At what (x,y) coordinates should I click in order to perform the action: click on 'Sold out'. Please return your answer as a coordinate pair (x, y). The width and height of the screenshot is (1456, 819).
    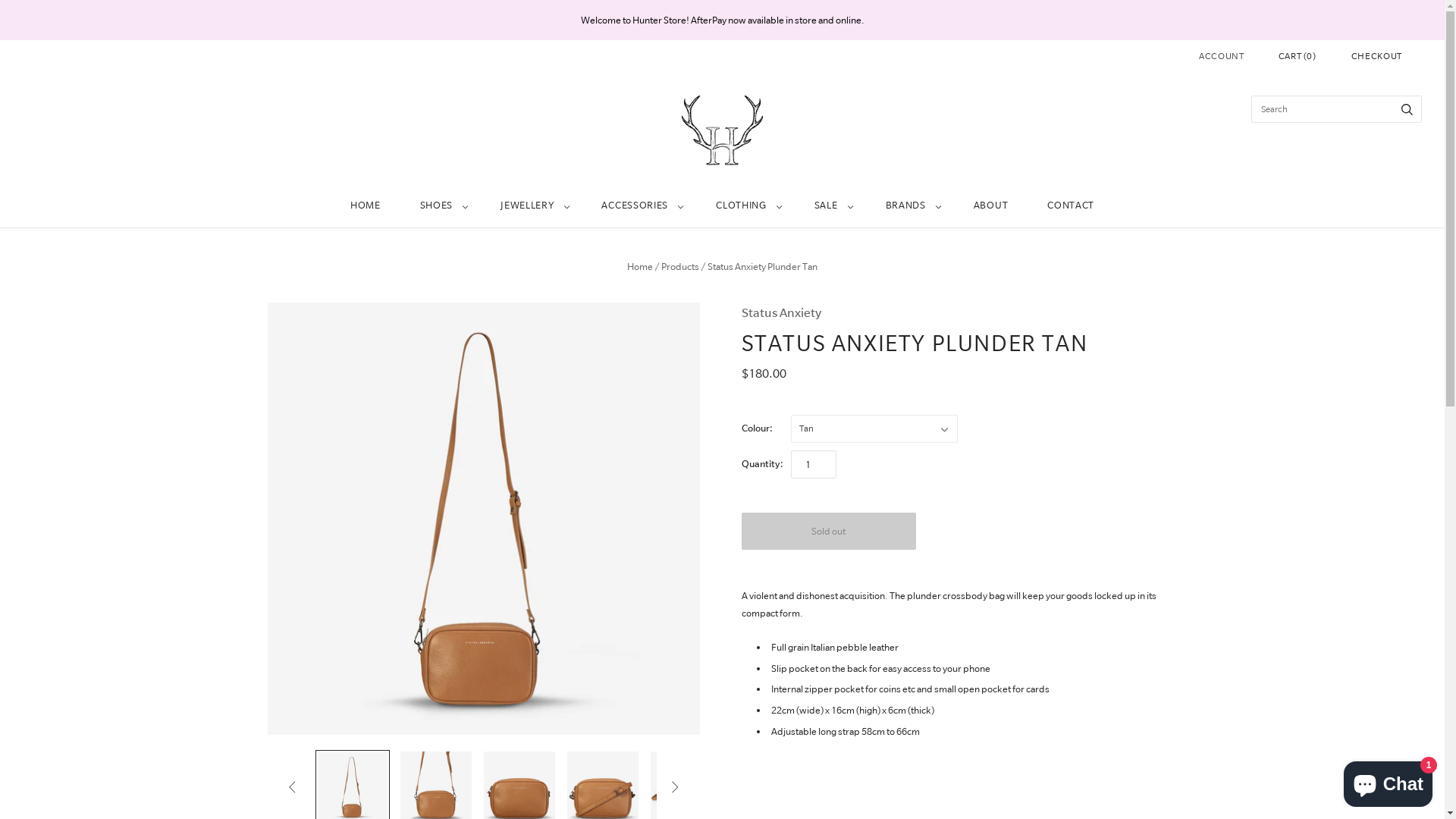
    Looking at the image, I should click on (828, 530).